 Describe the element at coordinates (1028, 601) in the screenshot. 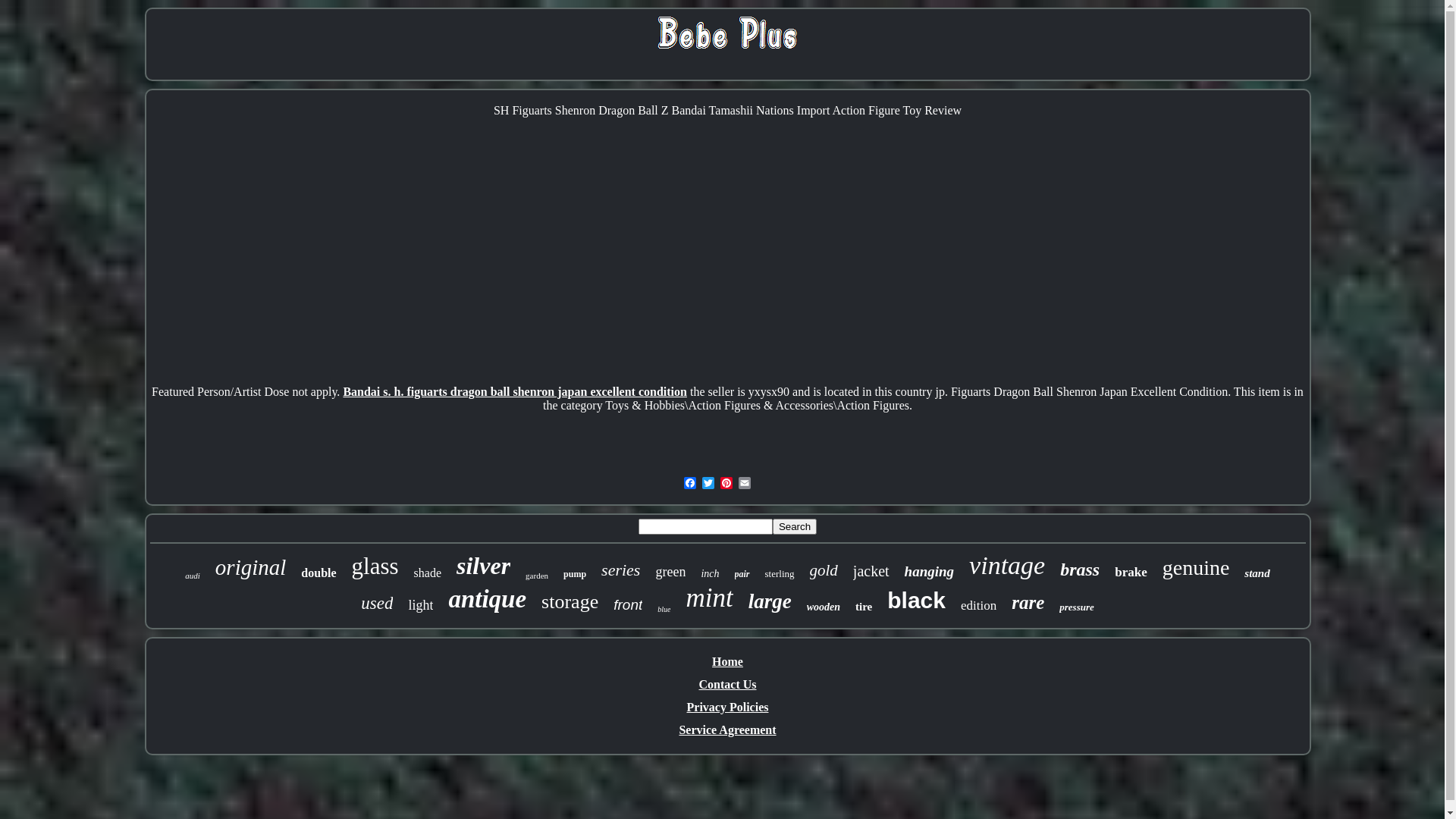

I see `'rare'` at that location.